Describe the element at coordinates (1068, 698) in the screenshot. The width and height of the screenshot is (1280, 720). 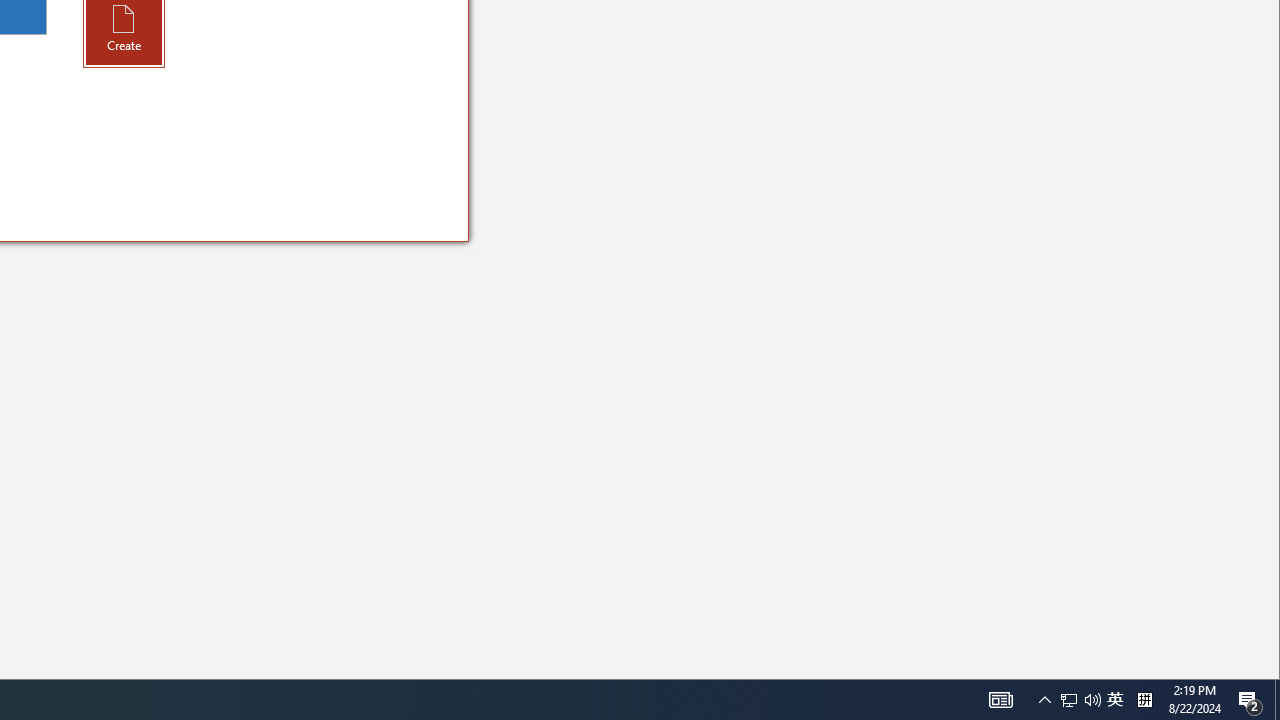
I see `'Q2790: 100%'` at that location.